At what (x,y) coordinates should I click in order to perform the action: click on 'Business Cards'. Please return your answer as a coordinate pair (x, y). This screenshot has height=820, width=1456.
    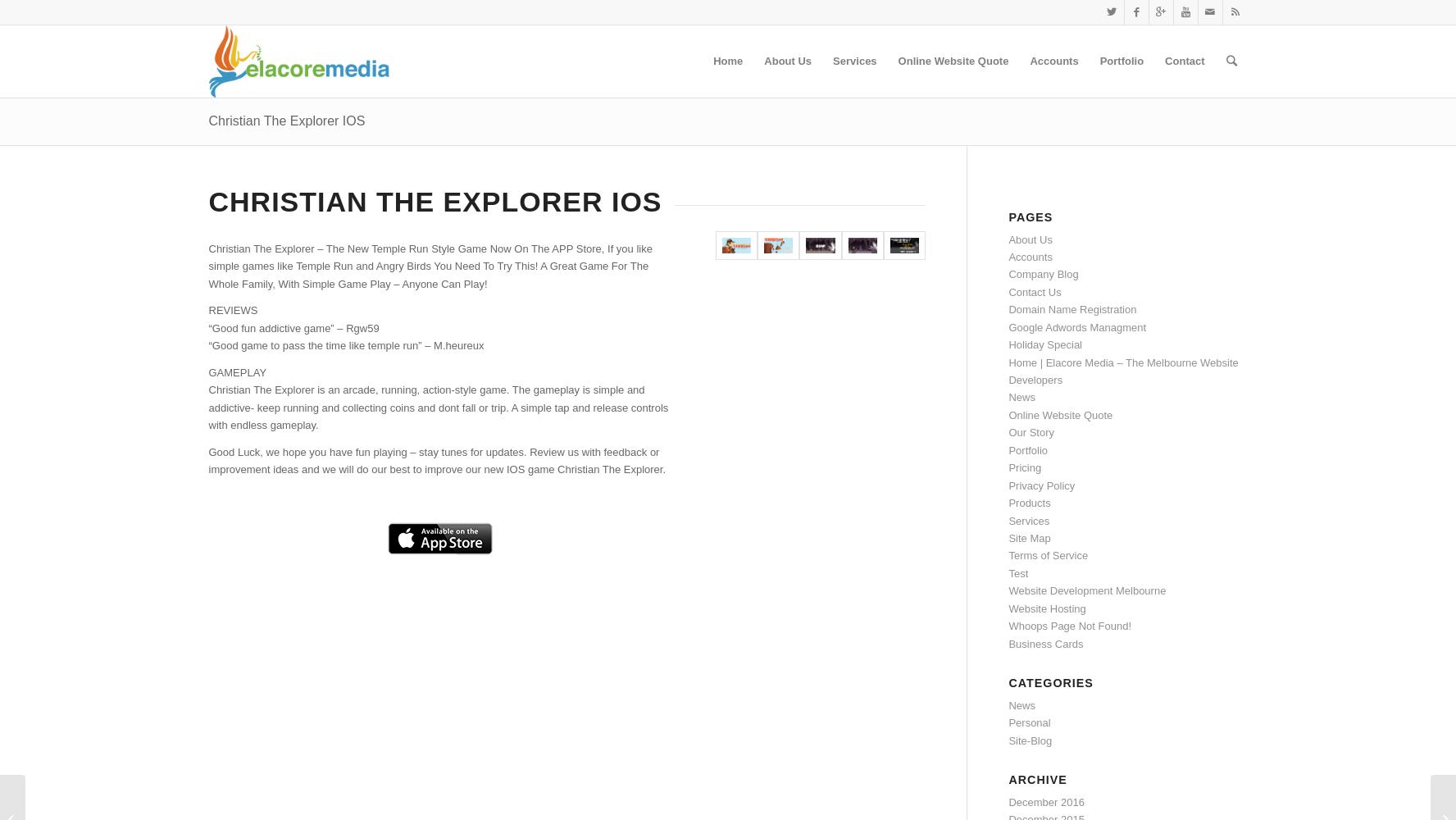
    Looking at the image, I should click on (1045, 643).